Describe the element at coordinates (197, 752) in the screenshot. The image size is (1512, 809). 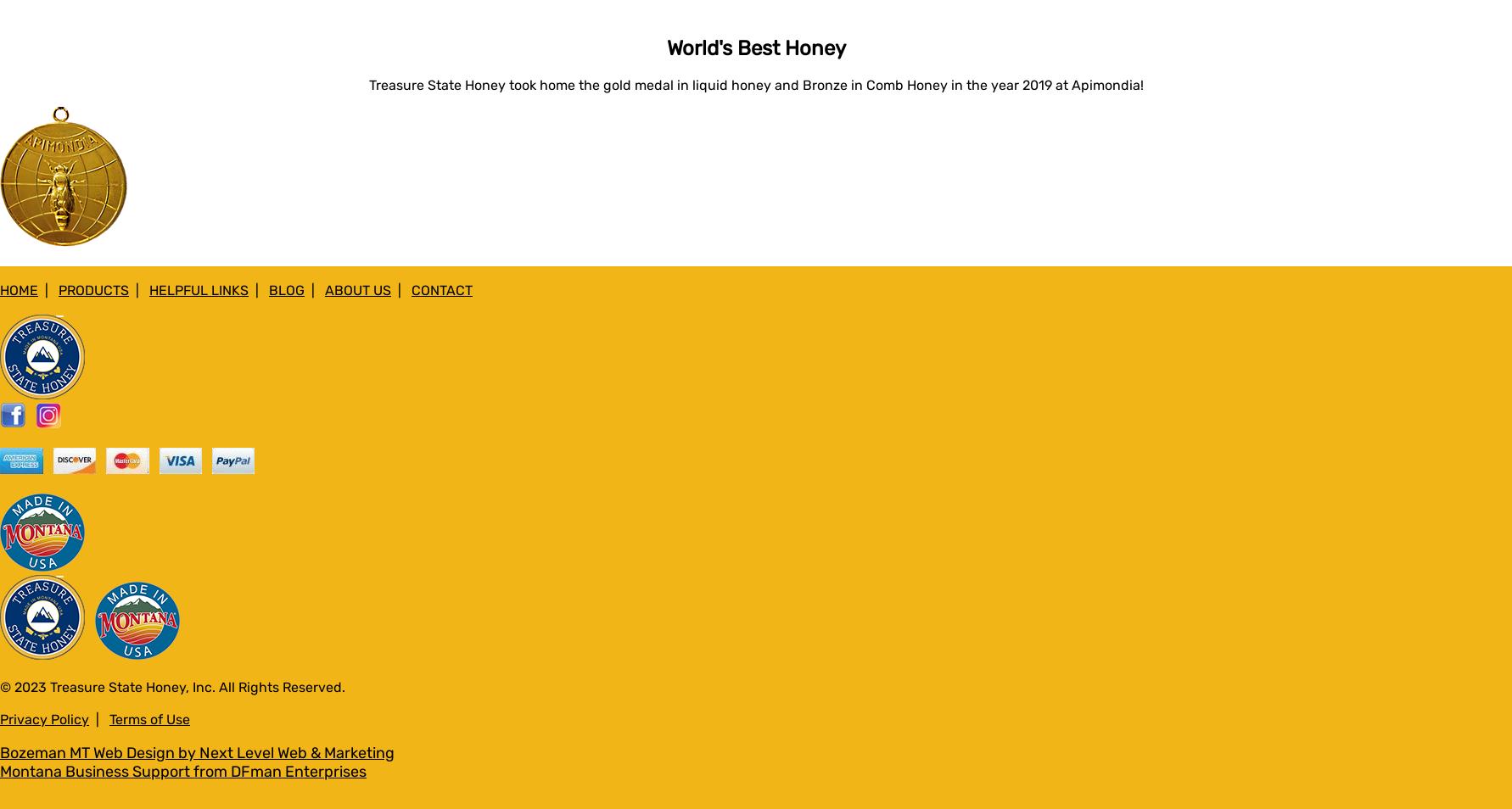
I see `'Bozeman MT Web Design by Next Level Web & Marketing'` at that location.